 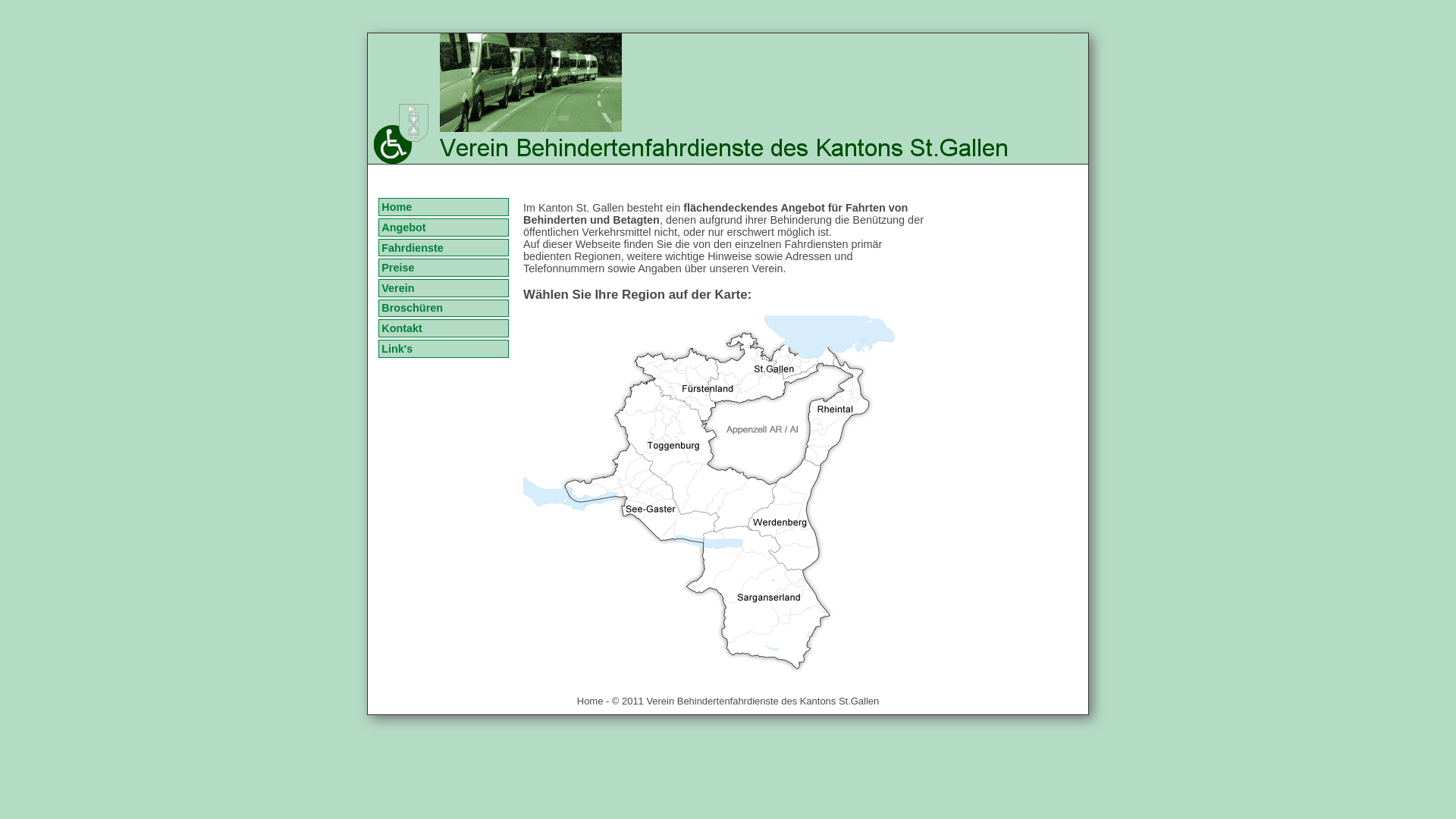 What do you see at coordinates (378, 327) in the screenshot?
I see `'Kontakt'` at bounding box center [378, 327].